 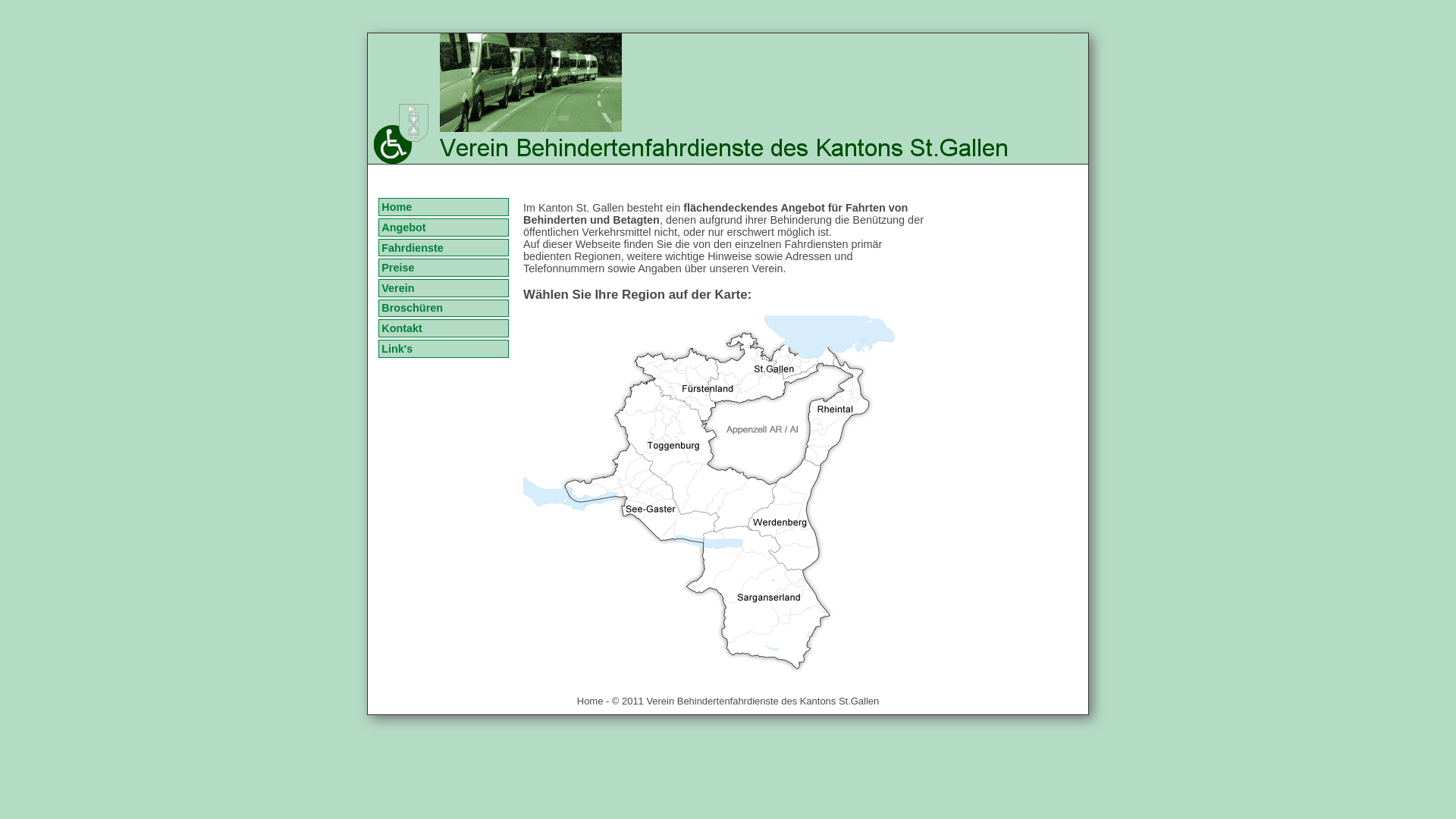 What do you see at coordinates (378, 327) in the screenshot?
I see `'Kontakt'` at bounding box center [378, 327].